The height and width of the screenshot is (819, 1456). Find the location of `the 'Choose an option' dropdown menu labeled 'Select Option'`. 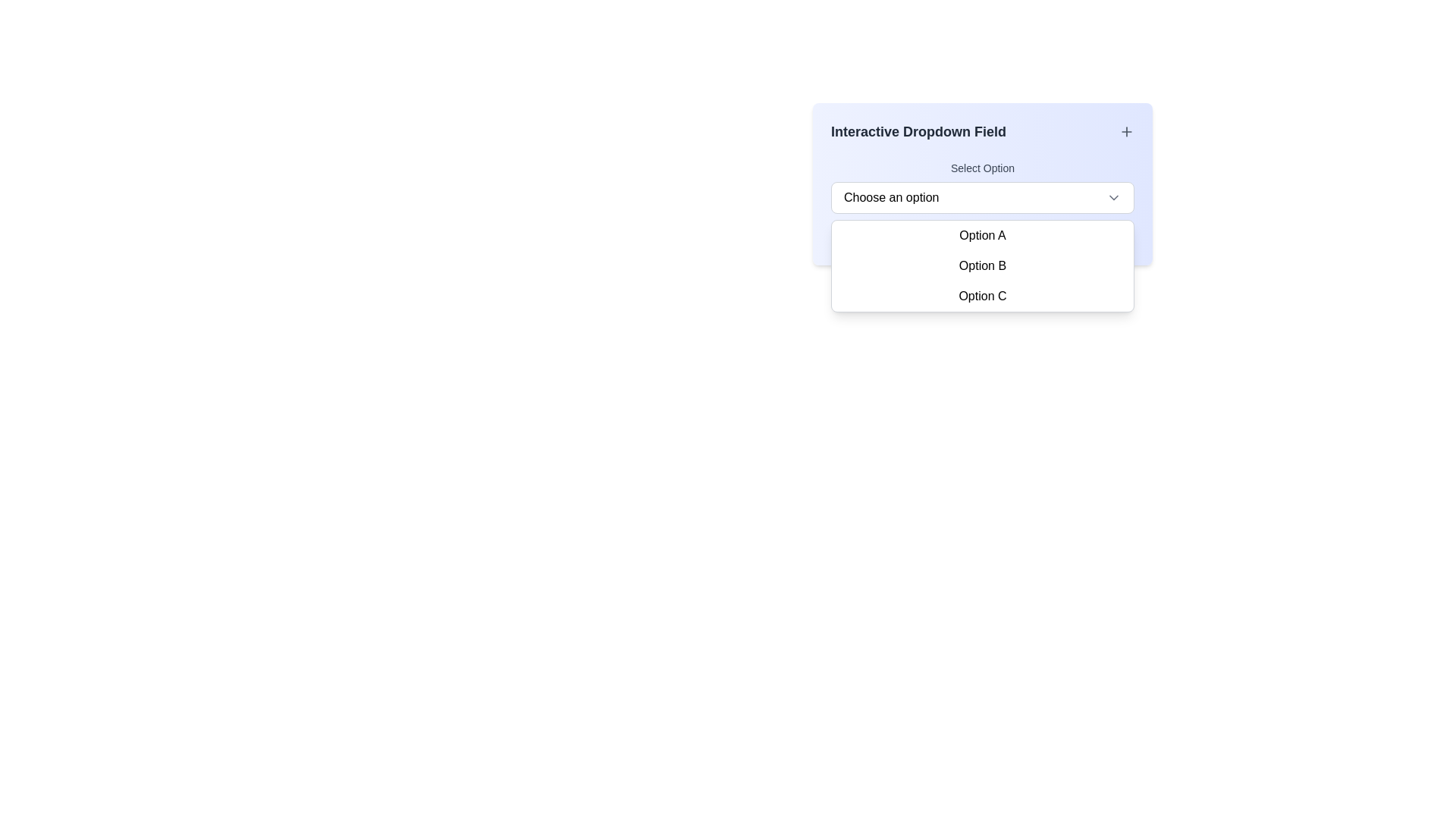

the 'Choose an option' dropdown menu labeled 'Select Option' is located at coordinates (983, 186).